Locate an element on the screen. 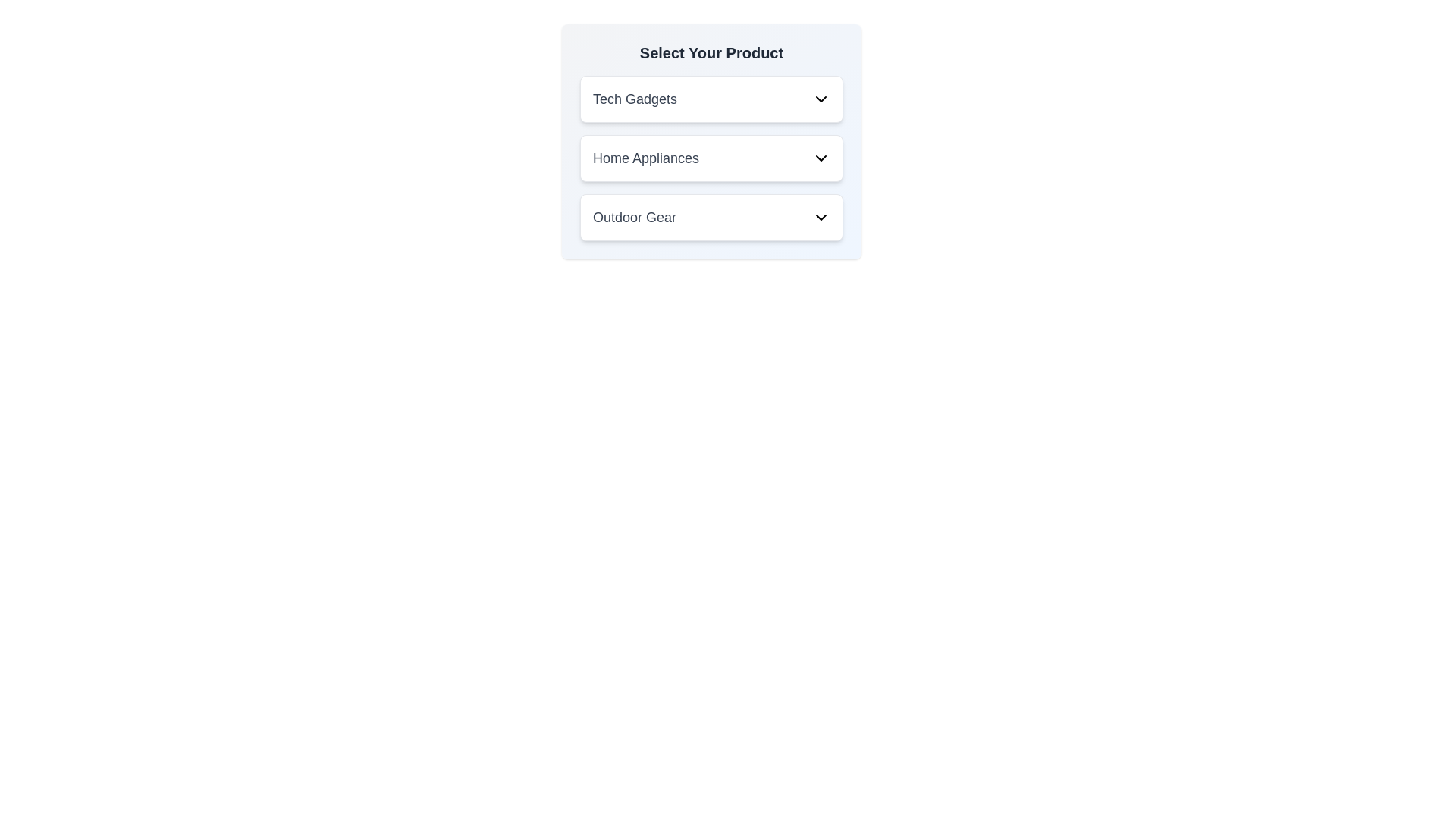 The width and height of the screenshot is (1456, 819). the 'Home Appliances' text label, which is a selectable option in the dropdown menu that expands or collapses further options is located at coordinates (646, 158).